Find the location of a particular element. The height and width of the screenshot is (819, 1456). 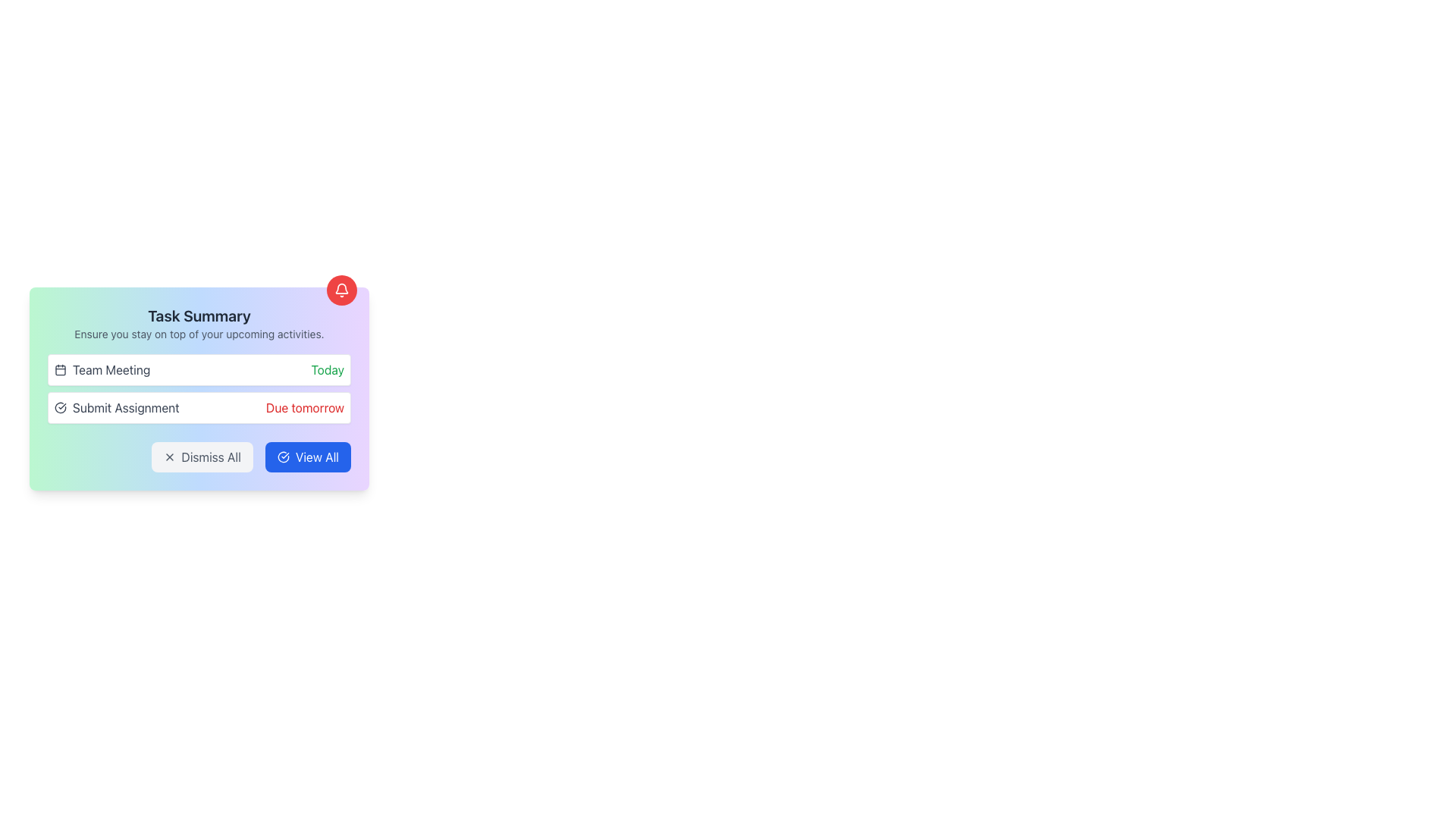

the Text Label that provides a reminder about staying organized with upcoming activities, located below the 'Task Summary' heading is located at coordinates (199, 333).